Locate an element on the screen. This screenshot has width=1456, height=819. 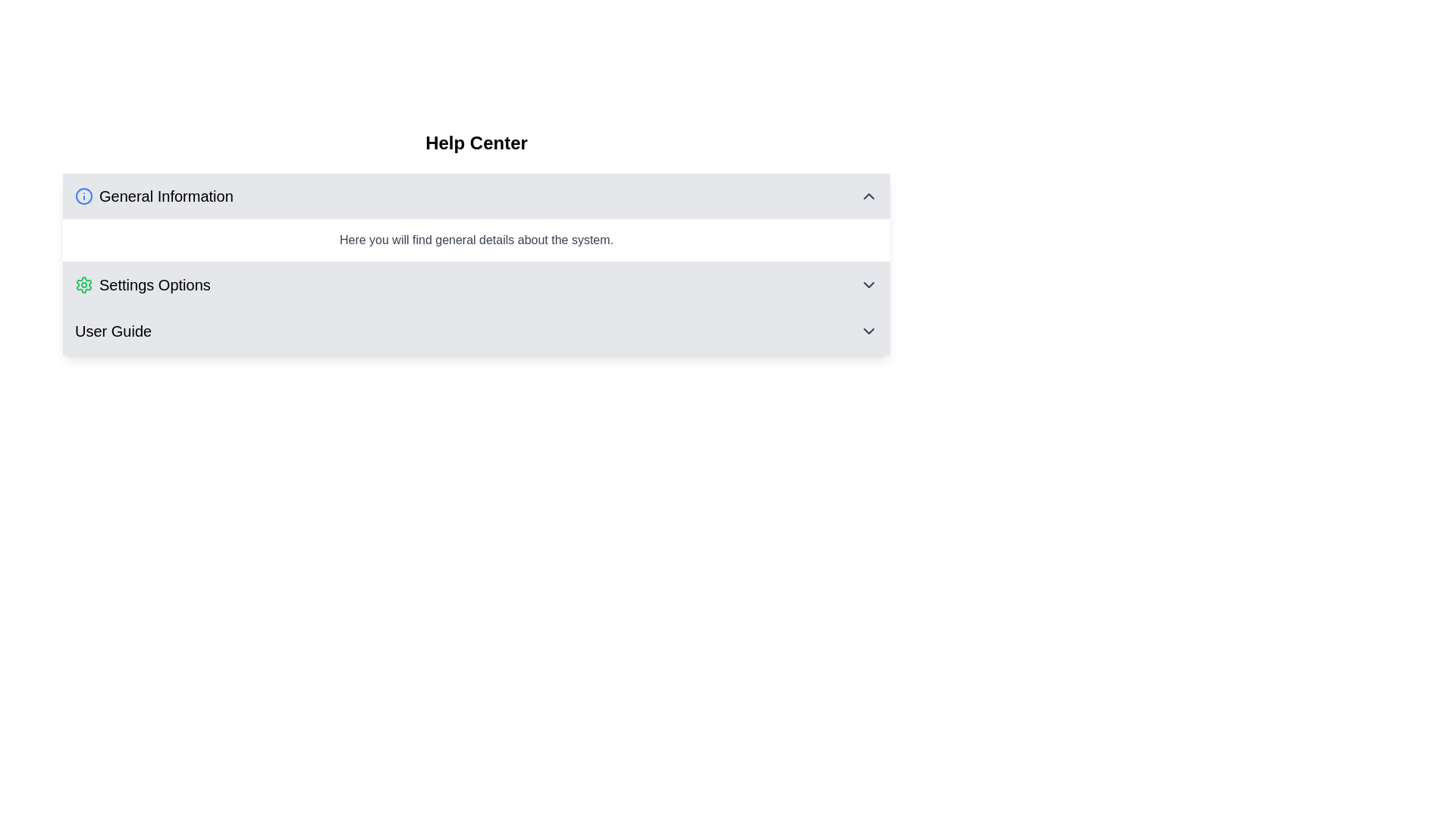
the 'Settings Options' menu item, which features a green gear icon and bold text, located in the second row of the 'Help Center' list is located at coordinates (143, 284).